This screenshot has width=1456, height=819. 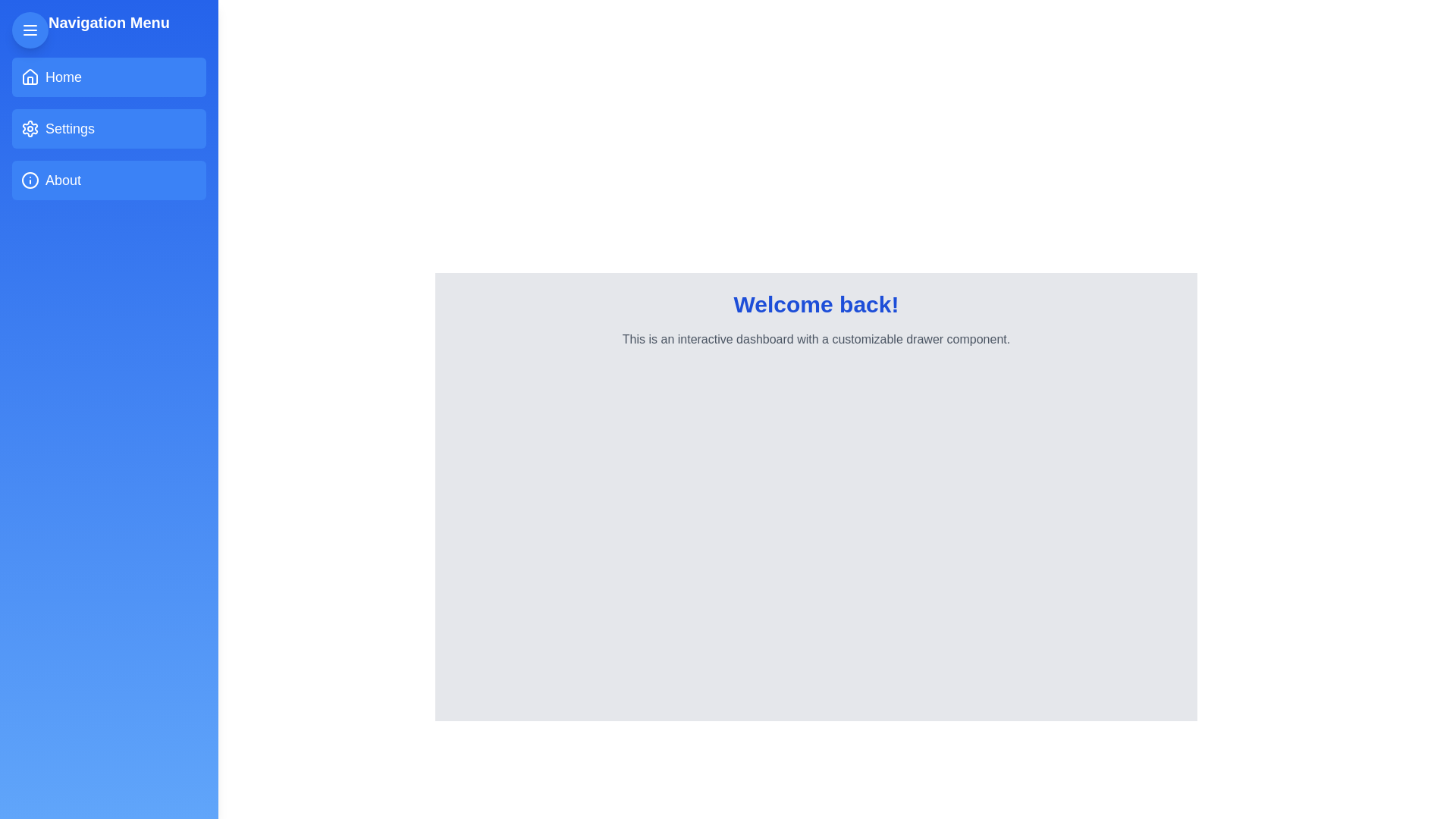 What do you see at coordinates (108, 77) in the screenshot?
I see `the Home item from the navigation menu` at bounding box center [108, 77].